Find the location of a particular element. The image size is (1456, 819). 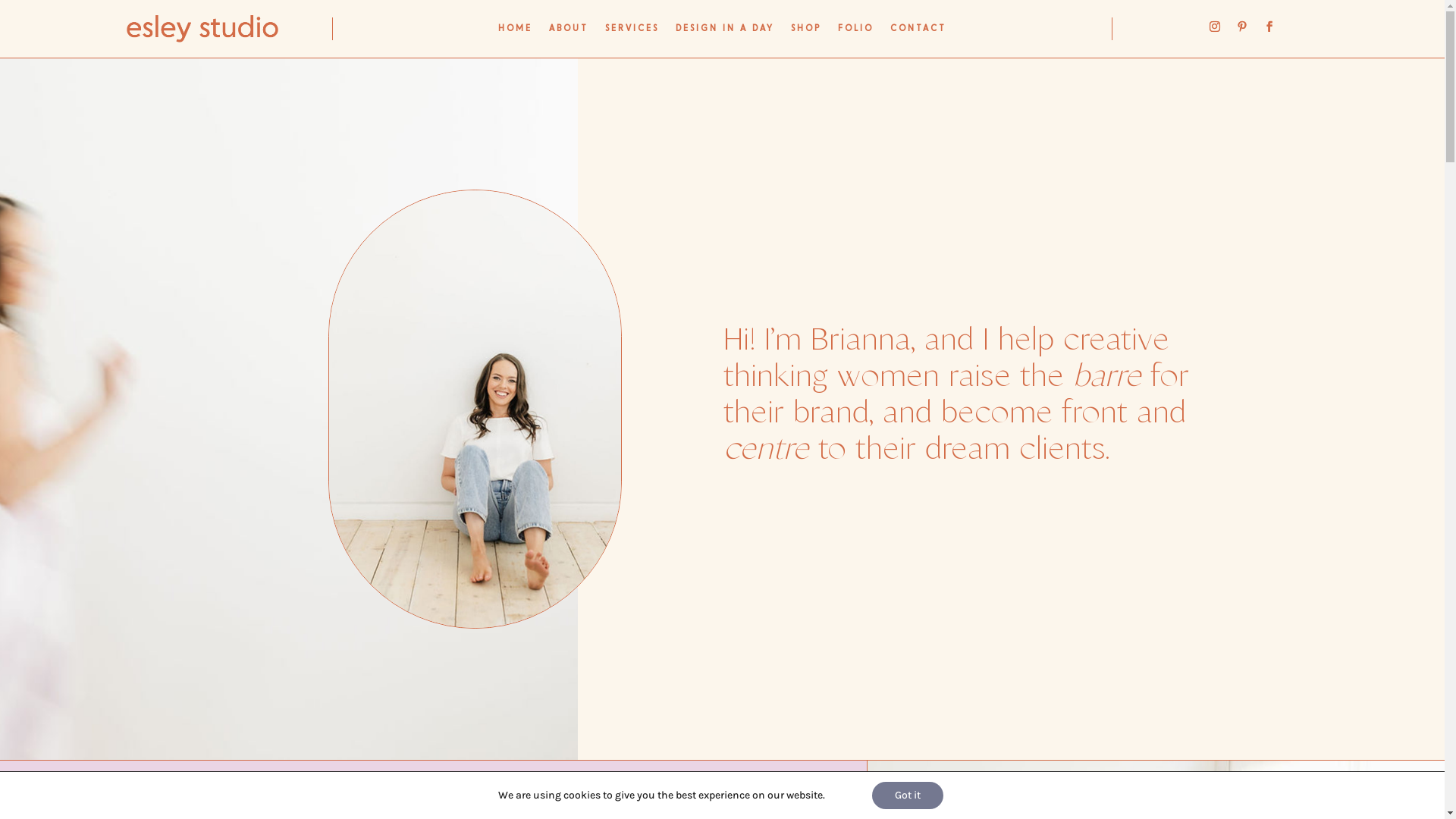

'Follow on Instagram' is located at coordinates (1215, 26).